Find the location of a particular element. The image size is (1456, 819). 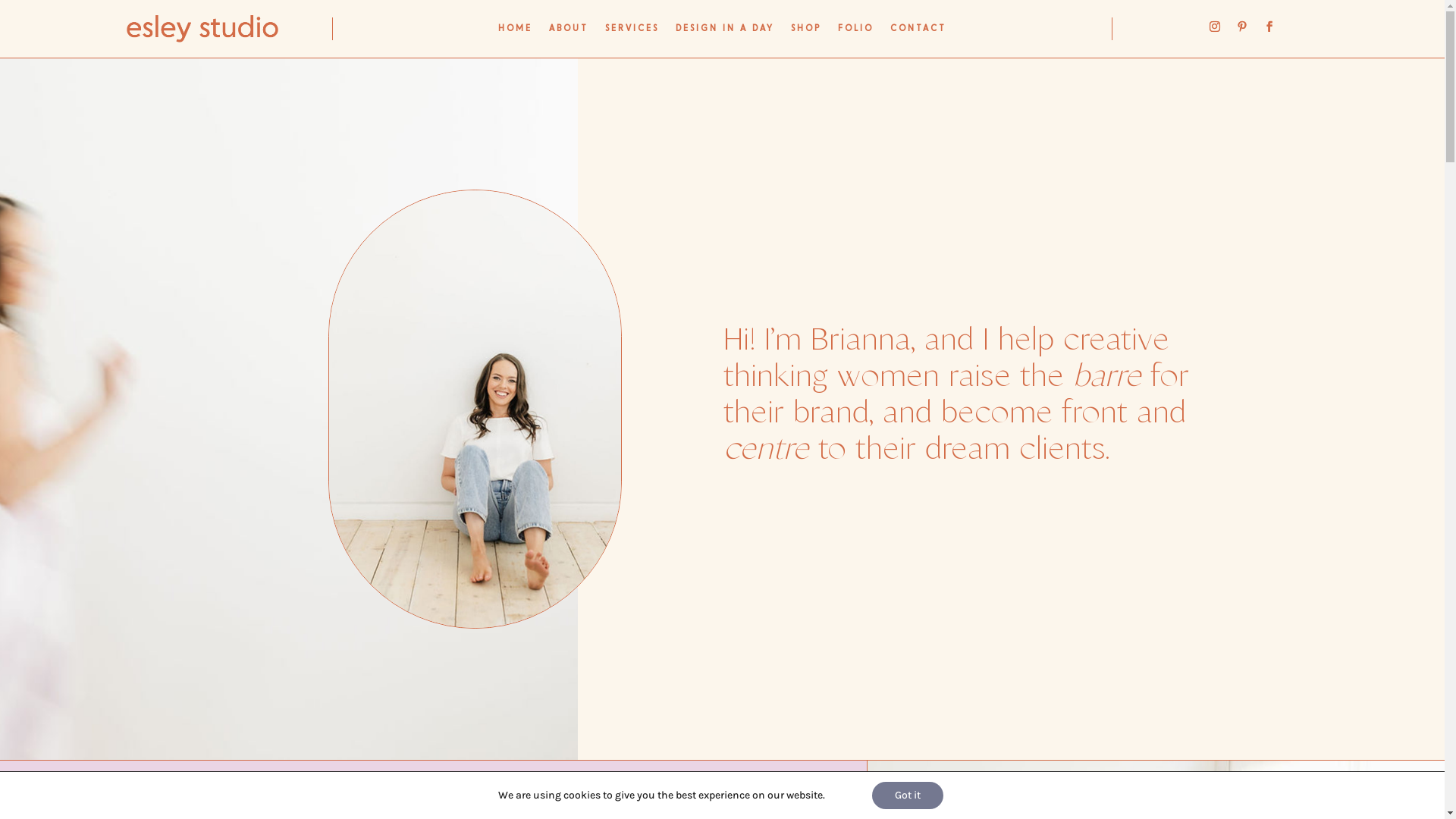

'Follow on Instagram' is located at coordinates (1215, 26).